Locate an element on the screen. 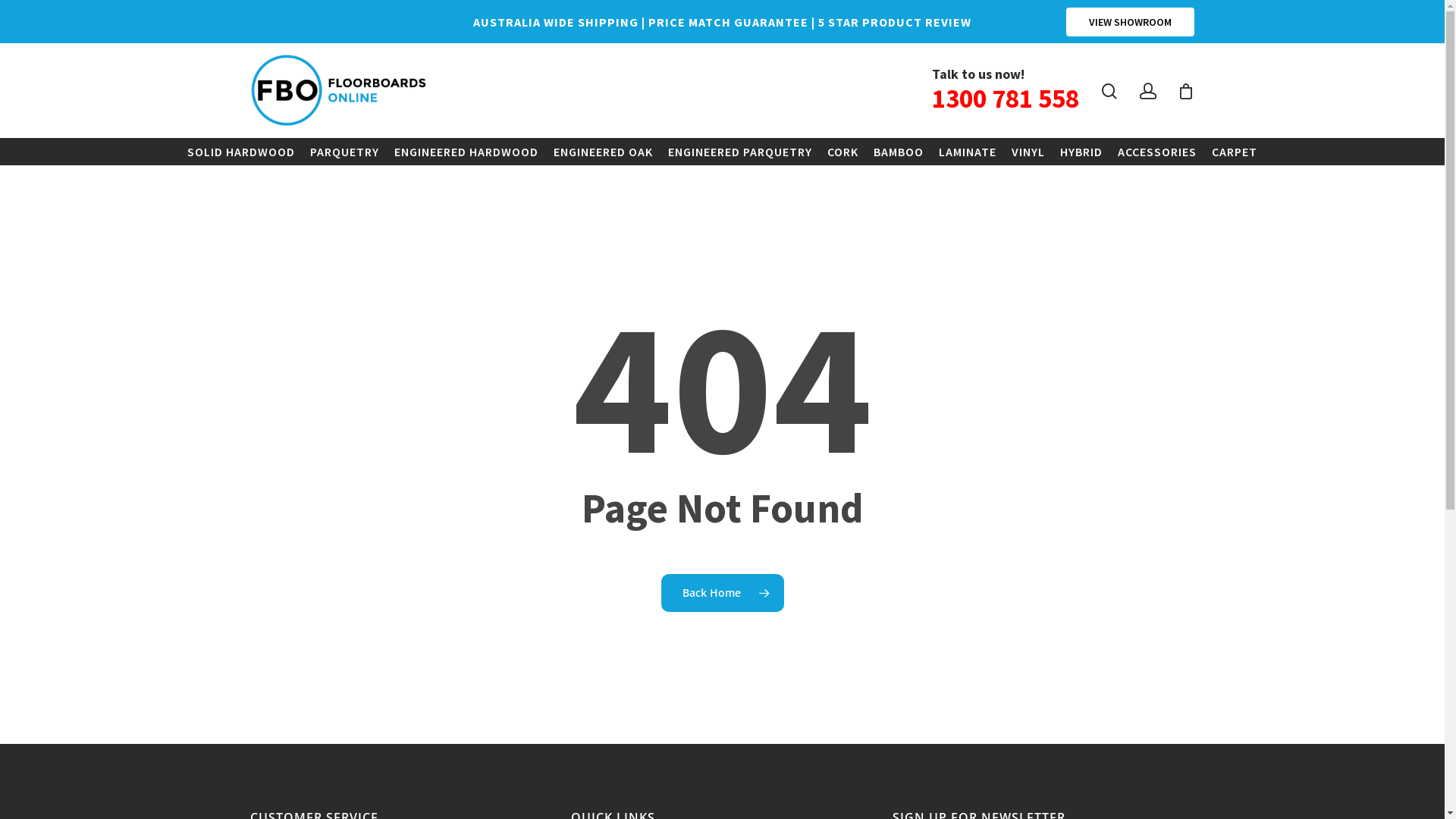 The image size is (1456, 819). 'BAMBOO' is located at coordinates (899, 152).